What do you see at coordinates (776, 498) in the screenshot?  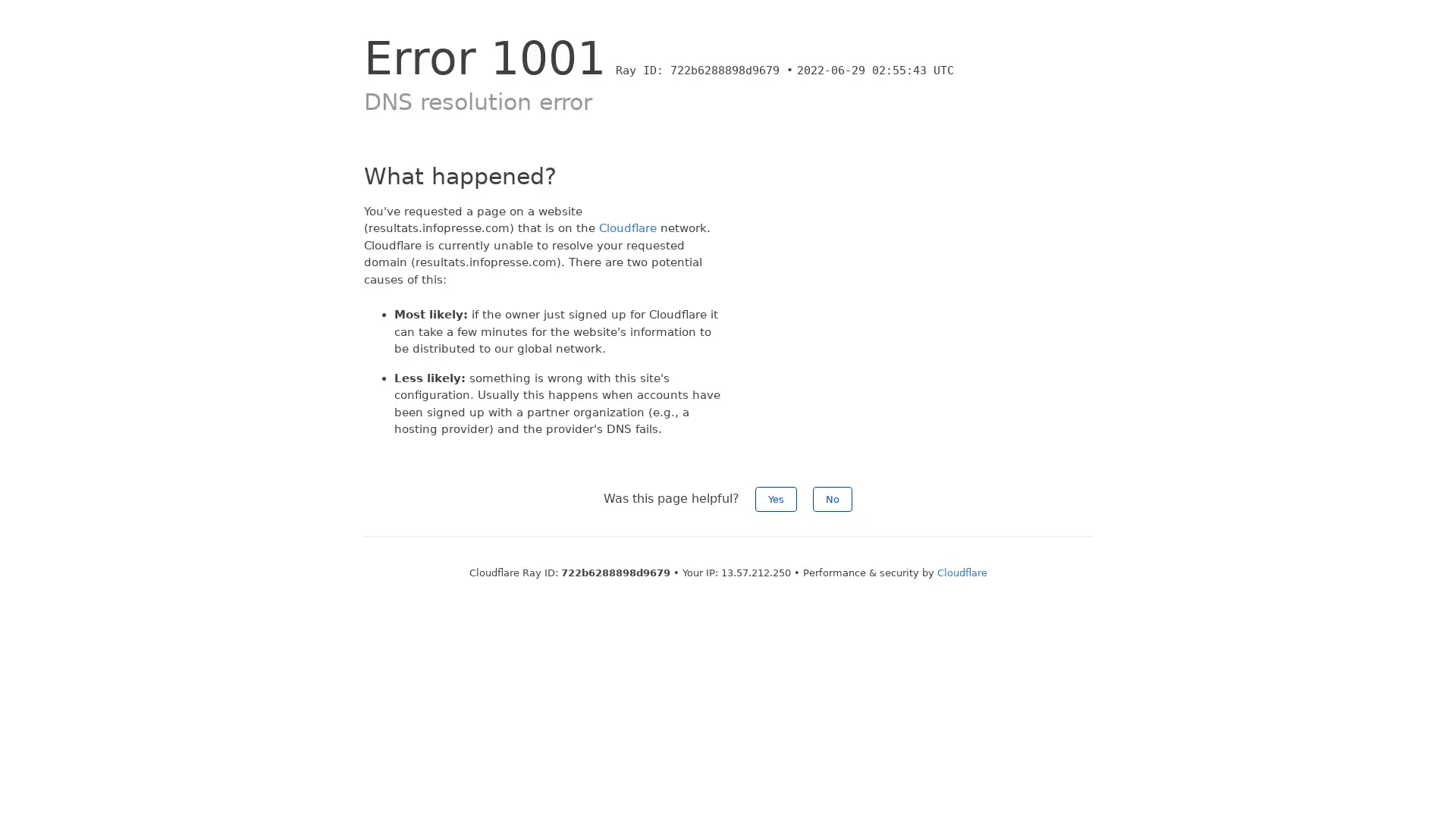 I see `Yes` at bounding box center [776, 498].